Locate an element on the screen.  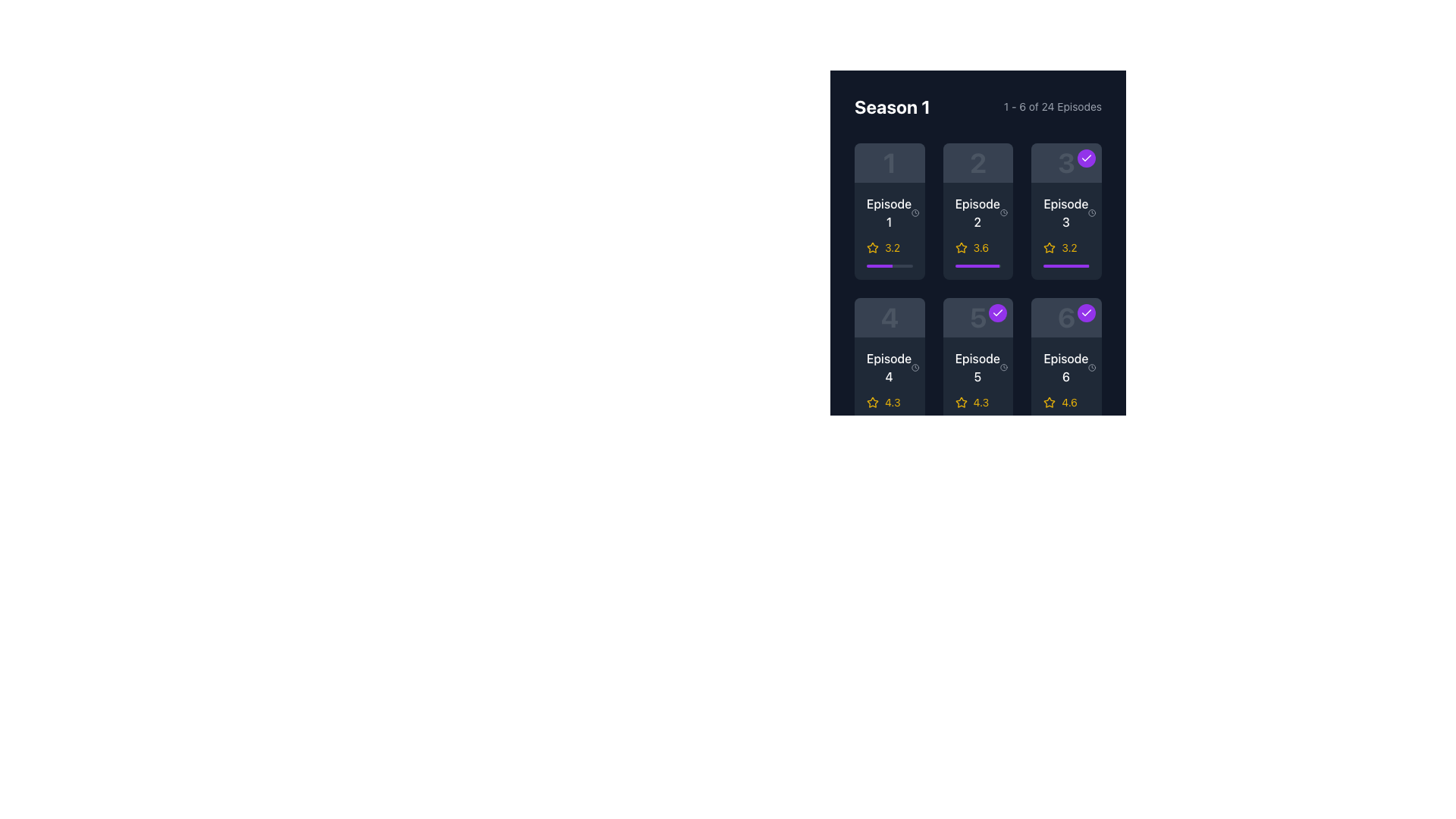
the Informational display card that shows 'Episode 1' is located at coordinates (890, 231).